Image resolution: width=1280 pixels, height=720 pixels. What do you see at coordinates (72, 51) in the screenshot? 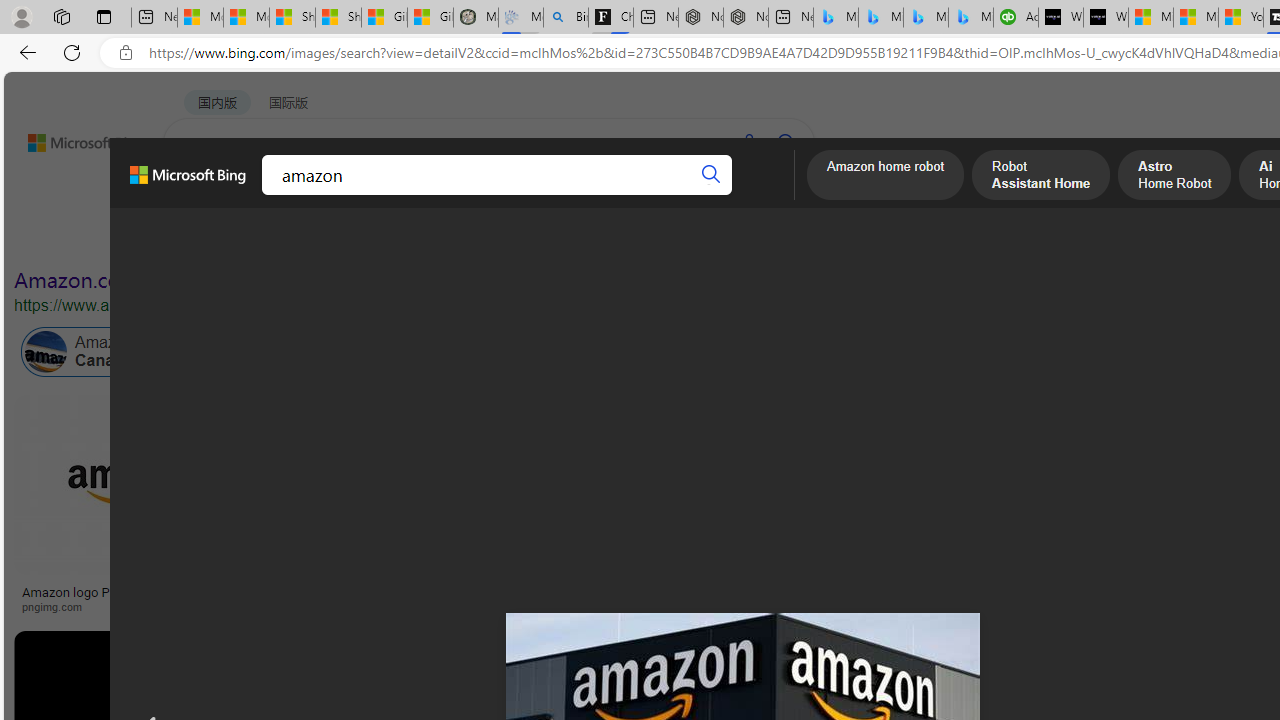
I see `'Refresh'` at bounding box center [72, 51].